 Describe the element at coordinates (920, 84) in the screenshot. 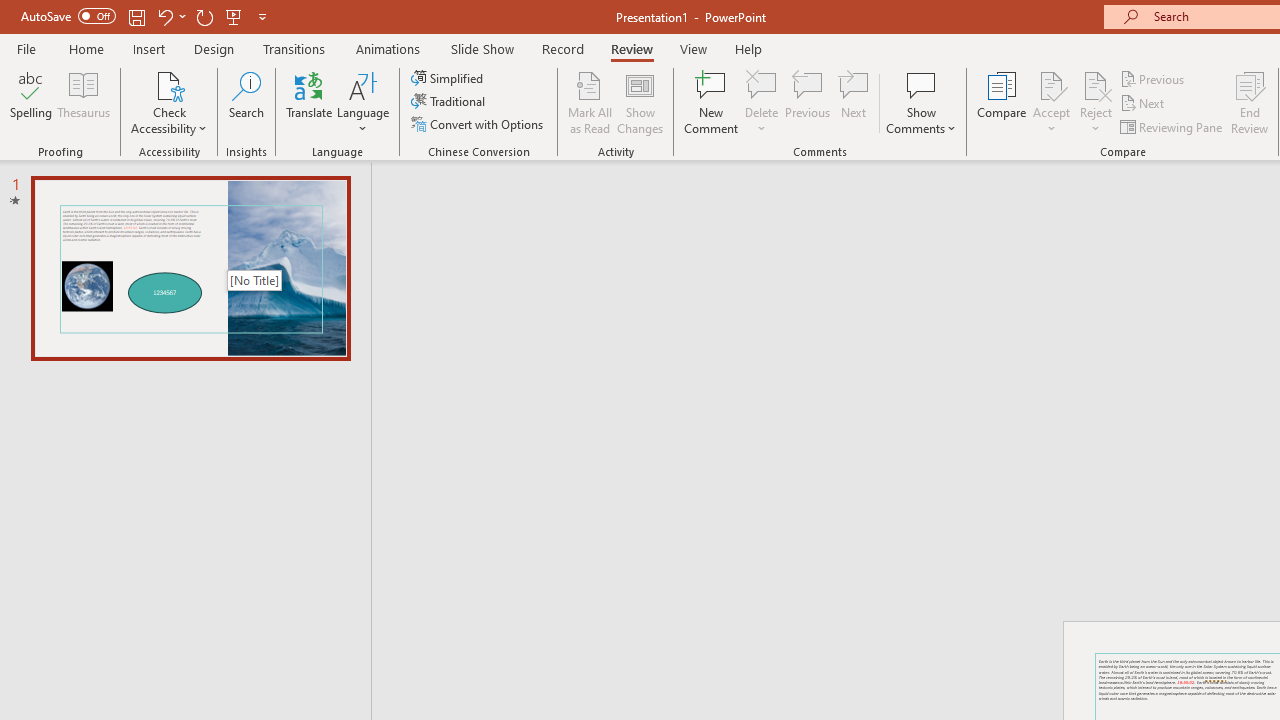

I see `'Show Comments'` at that location.